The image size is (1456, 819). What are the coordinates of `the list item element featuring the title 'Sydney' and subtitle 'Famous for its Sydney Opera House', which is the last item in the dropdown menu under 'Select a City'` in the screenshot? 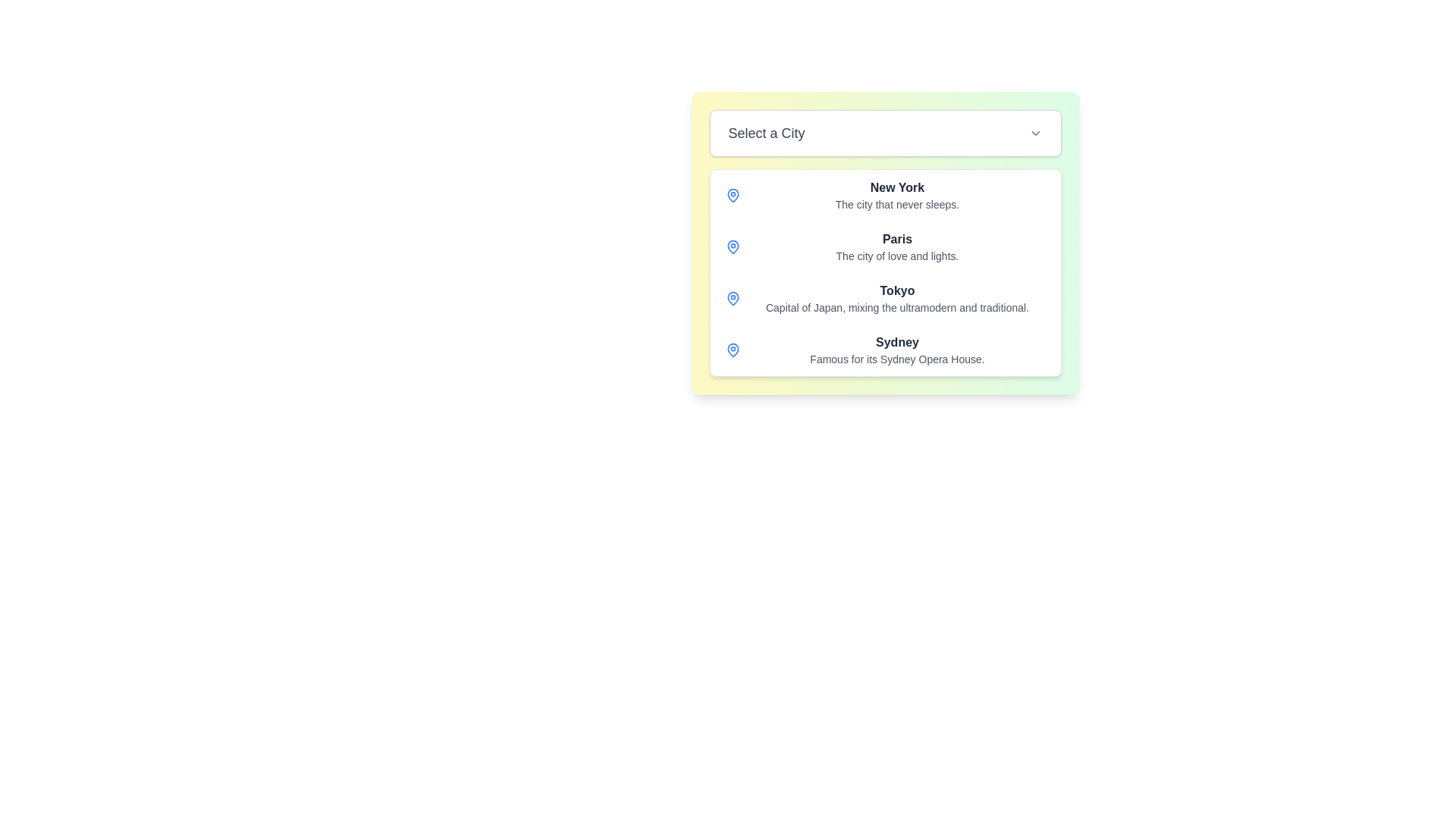 It's located at (897, 350).